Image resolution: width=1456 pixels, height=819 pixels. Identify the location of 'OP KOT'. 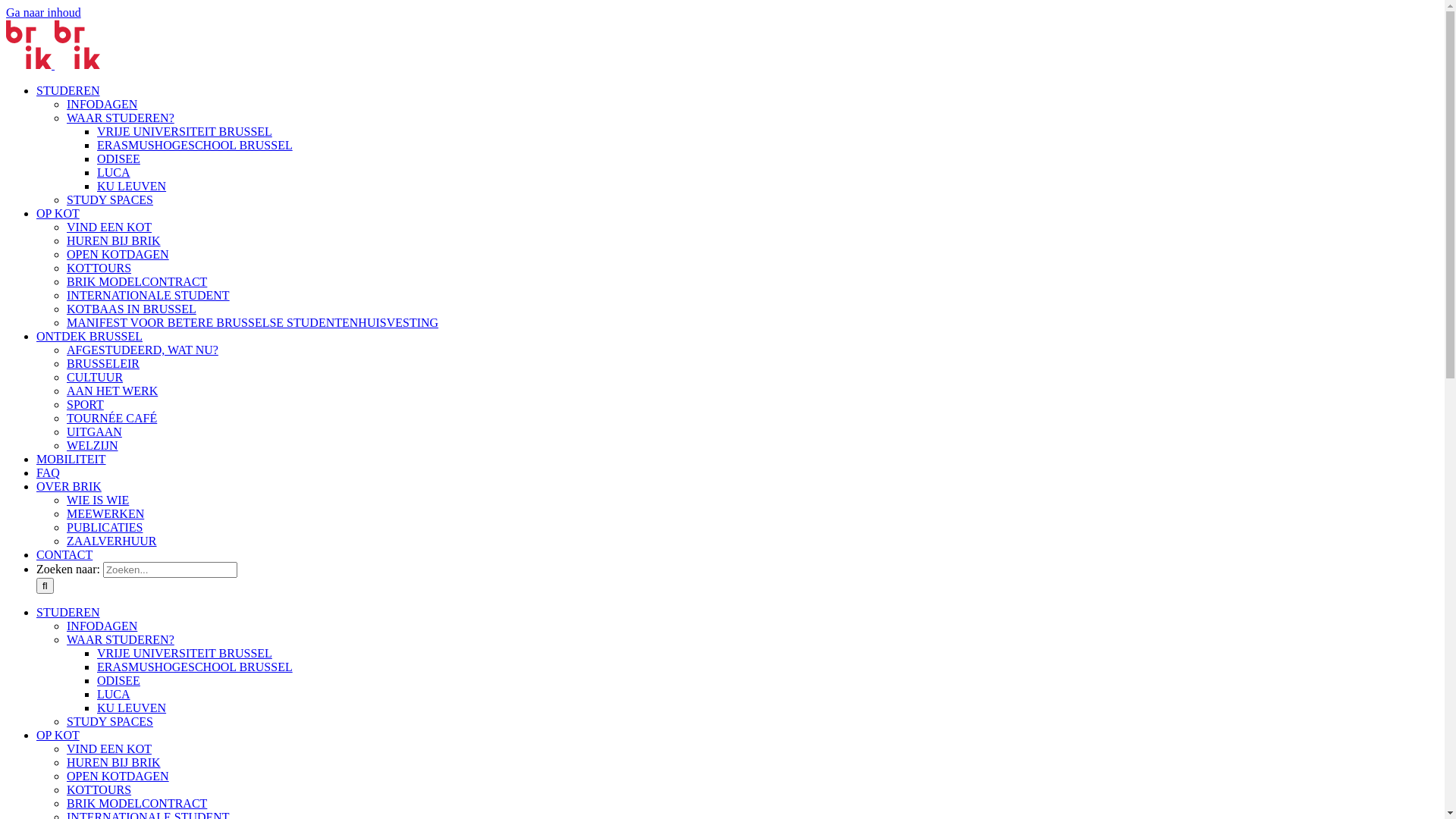
(36, 734).